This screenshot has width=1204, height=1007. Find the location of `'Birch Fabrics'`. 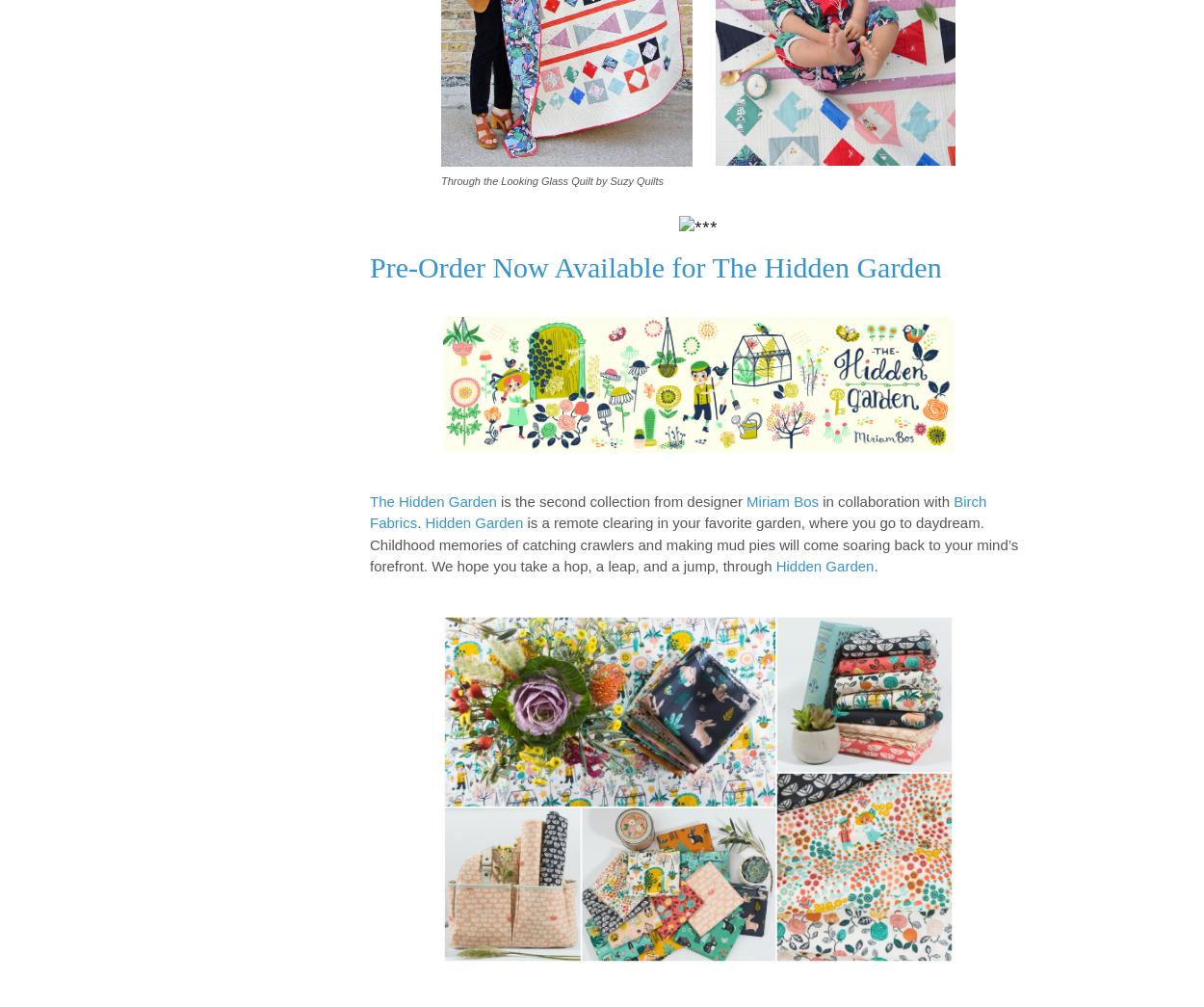

'Birch Fabrics' is located at coordinates (677, 511).